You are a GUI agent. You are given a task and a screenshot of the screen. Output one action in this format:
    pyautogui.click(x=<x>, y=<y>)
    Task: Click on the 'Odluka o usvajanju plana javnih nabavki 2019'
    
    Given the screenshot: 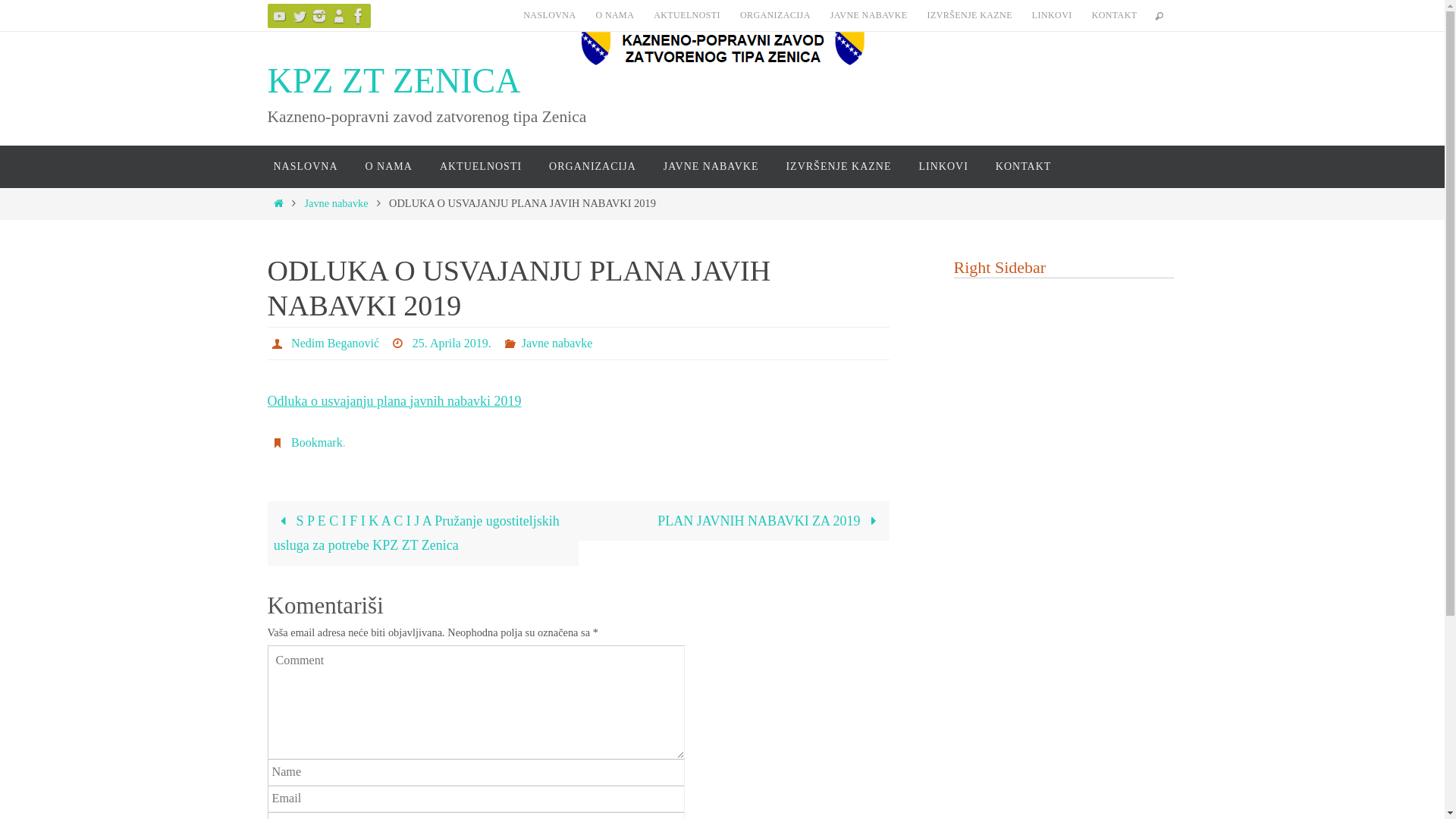 What is the action you would take?
    pyautogui.click(x=394, y=400)
    